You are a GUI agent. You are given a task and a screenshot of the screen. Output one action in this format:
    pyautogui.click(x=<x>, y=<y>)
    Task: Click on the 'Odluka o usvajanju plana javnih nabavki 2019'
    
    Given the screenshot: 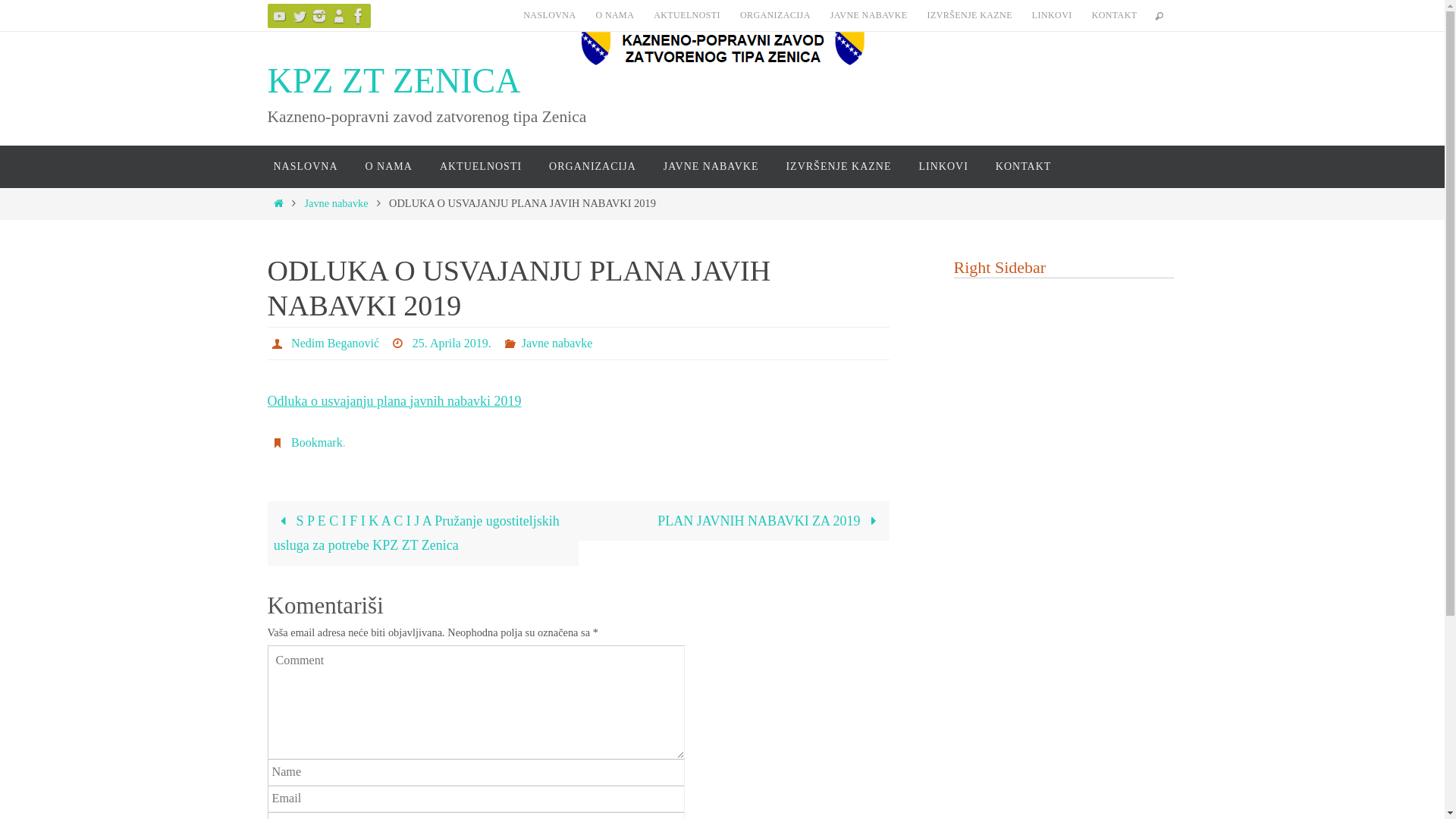 What is the action you would take?
    pyautogui.click(x=394, y=400)
    